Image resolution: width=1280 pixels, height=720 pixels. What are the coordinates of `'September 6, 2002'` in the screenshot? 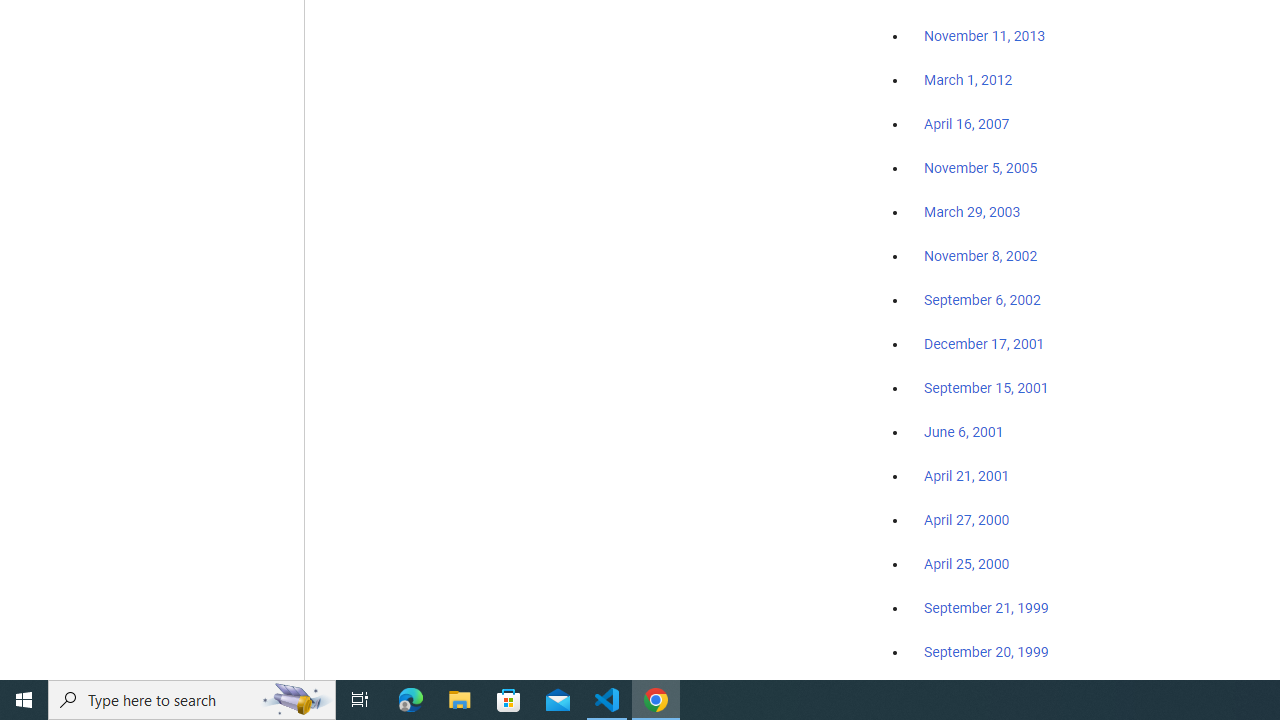 It's located at (982, 299).